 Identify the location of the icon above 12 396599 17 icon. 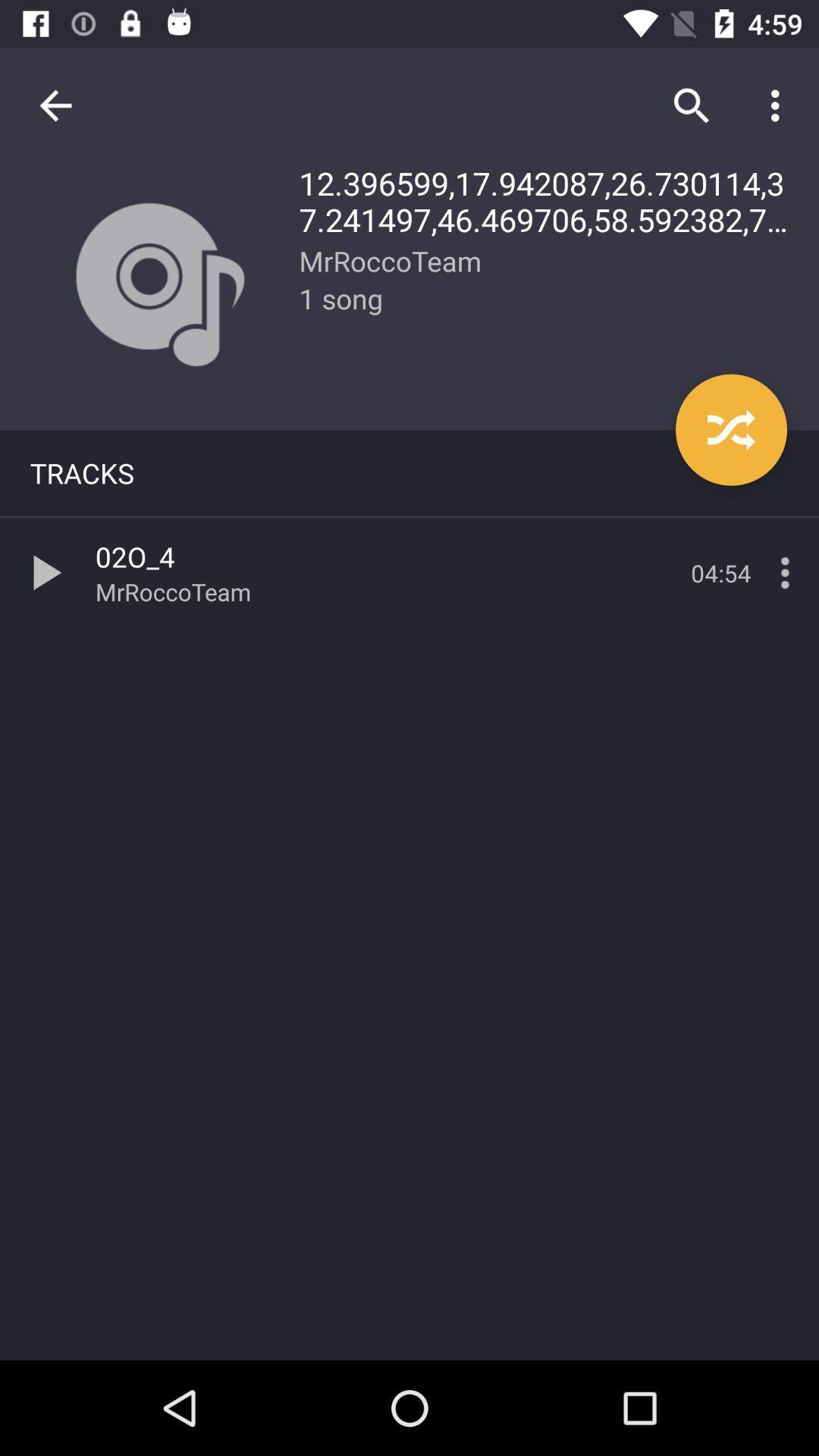
(691, 105).